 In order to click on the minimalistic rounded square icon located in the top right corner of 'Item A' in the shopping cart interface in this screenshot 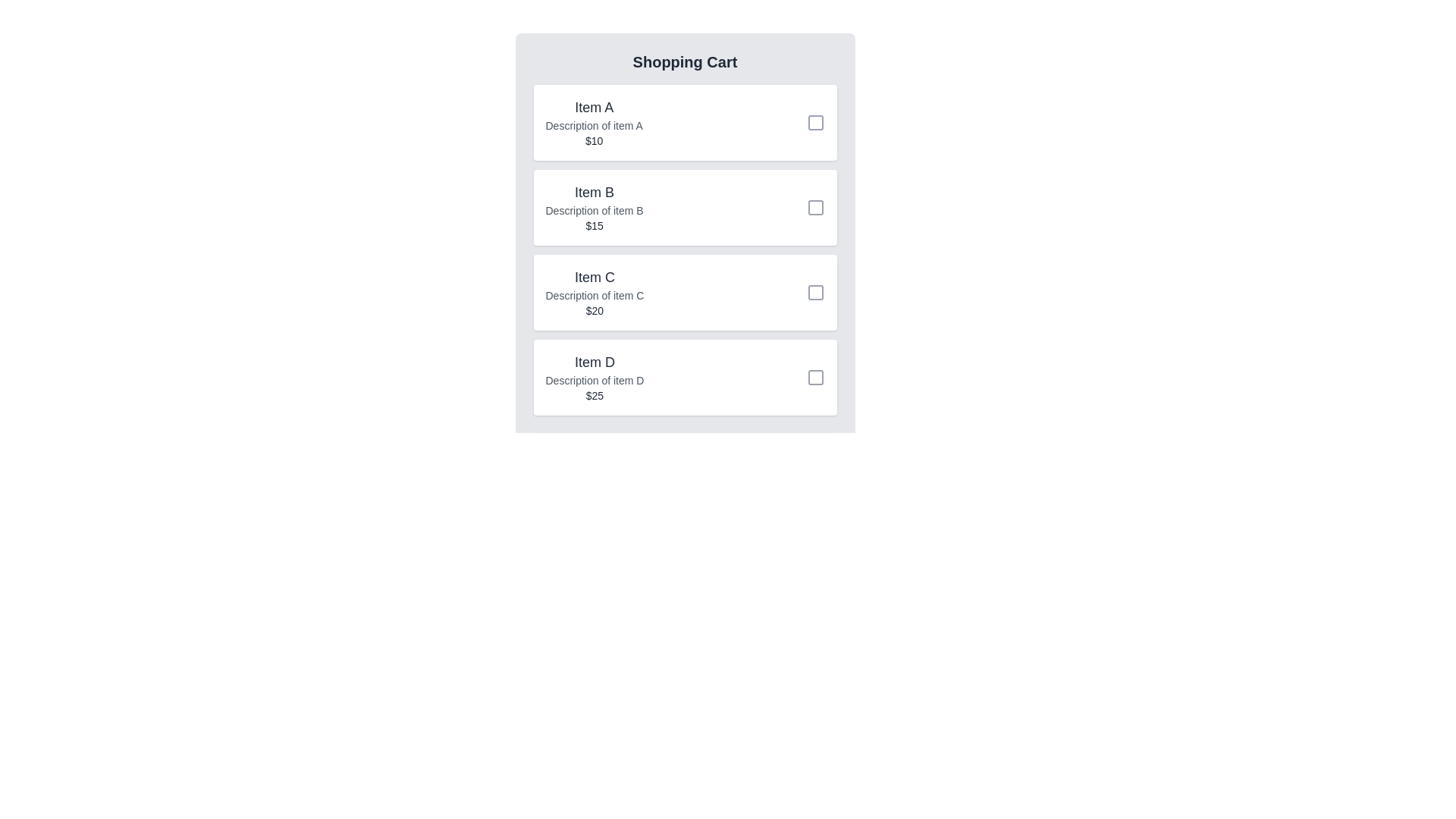, I will do `click(814, 122)`.